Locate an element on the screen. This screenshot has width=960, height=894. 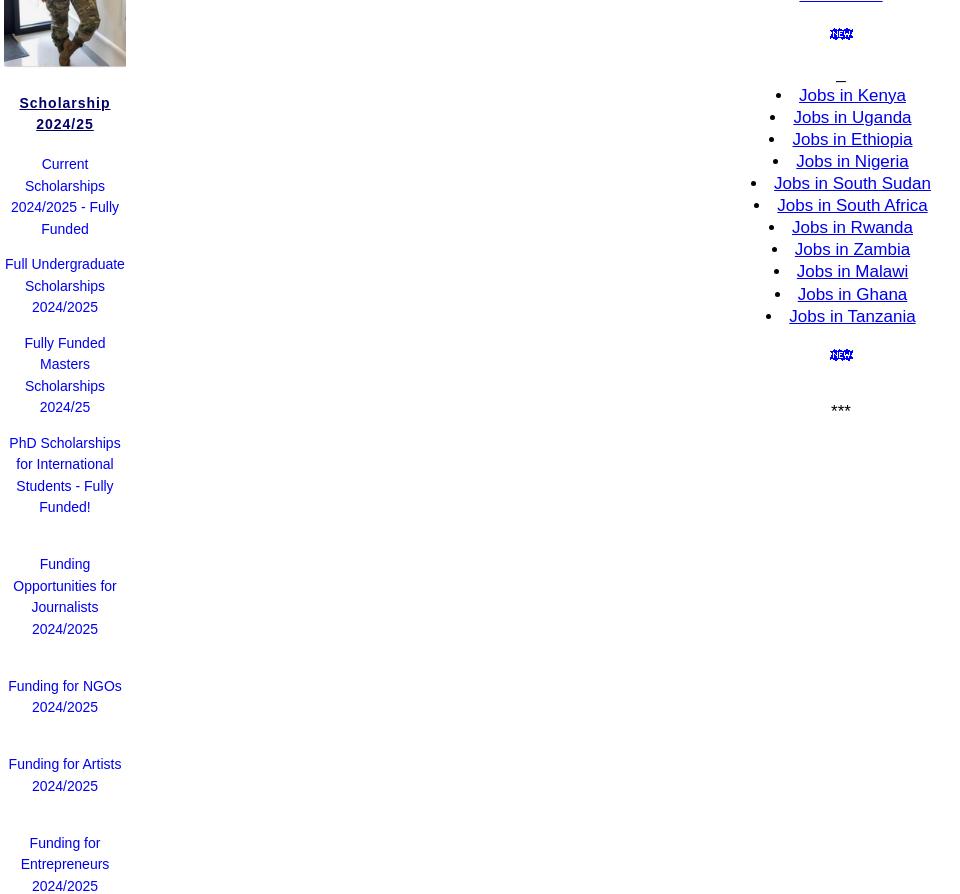
'Funding for Entrepreneurs 2024/2025' is located at coordinates (64, 862).